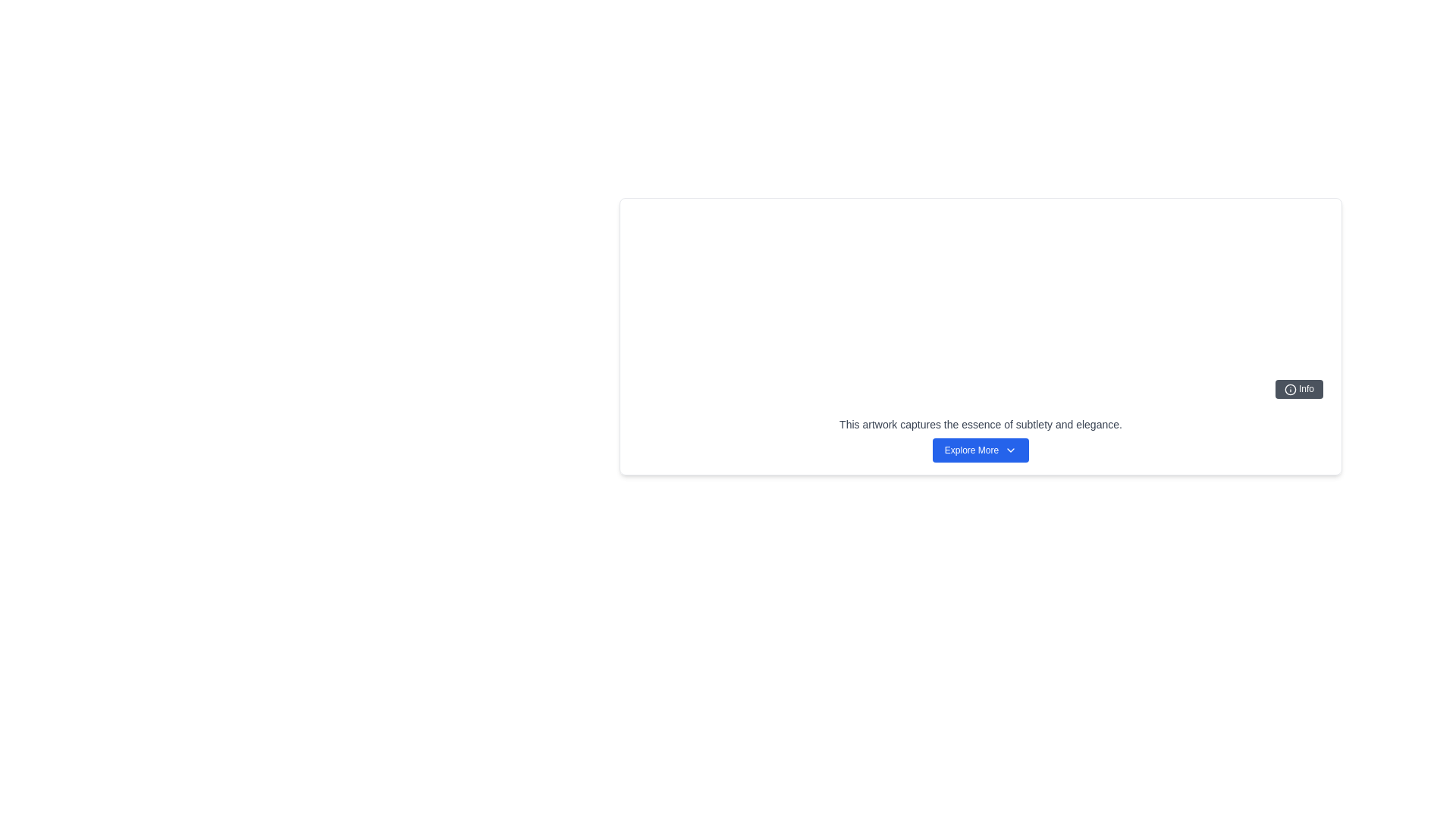 The height and width of the screenshot is (819, 1456). I want to click on the 'Explore More' button, so click(981, 450).